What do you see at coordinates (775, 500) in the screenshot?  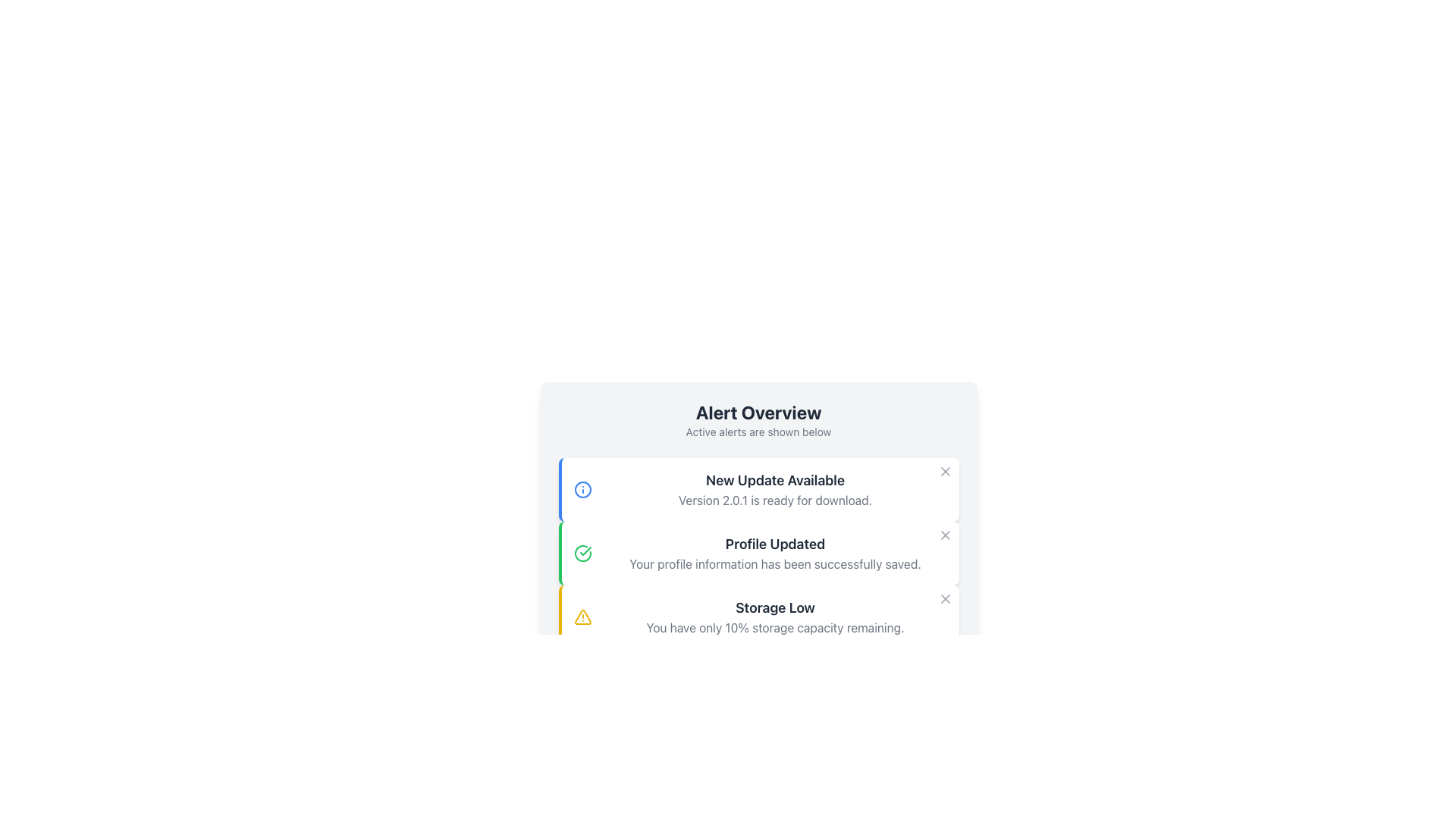 I see `the text providing information about a new software update available for download, located below 'New Update Available' in the alert box under 'Alert Overview'` at bounding box center [775, 500].